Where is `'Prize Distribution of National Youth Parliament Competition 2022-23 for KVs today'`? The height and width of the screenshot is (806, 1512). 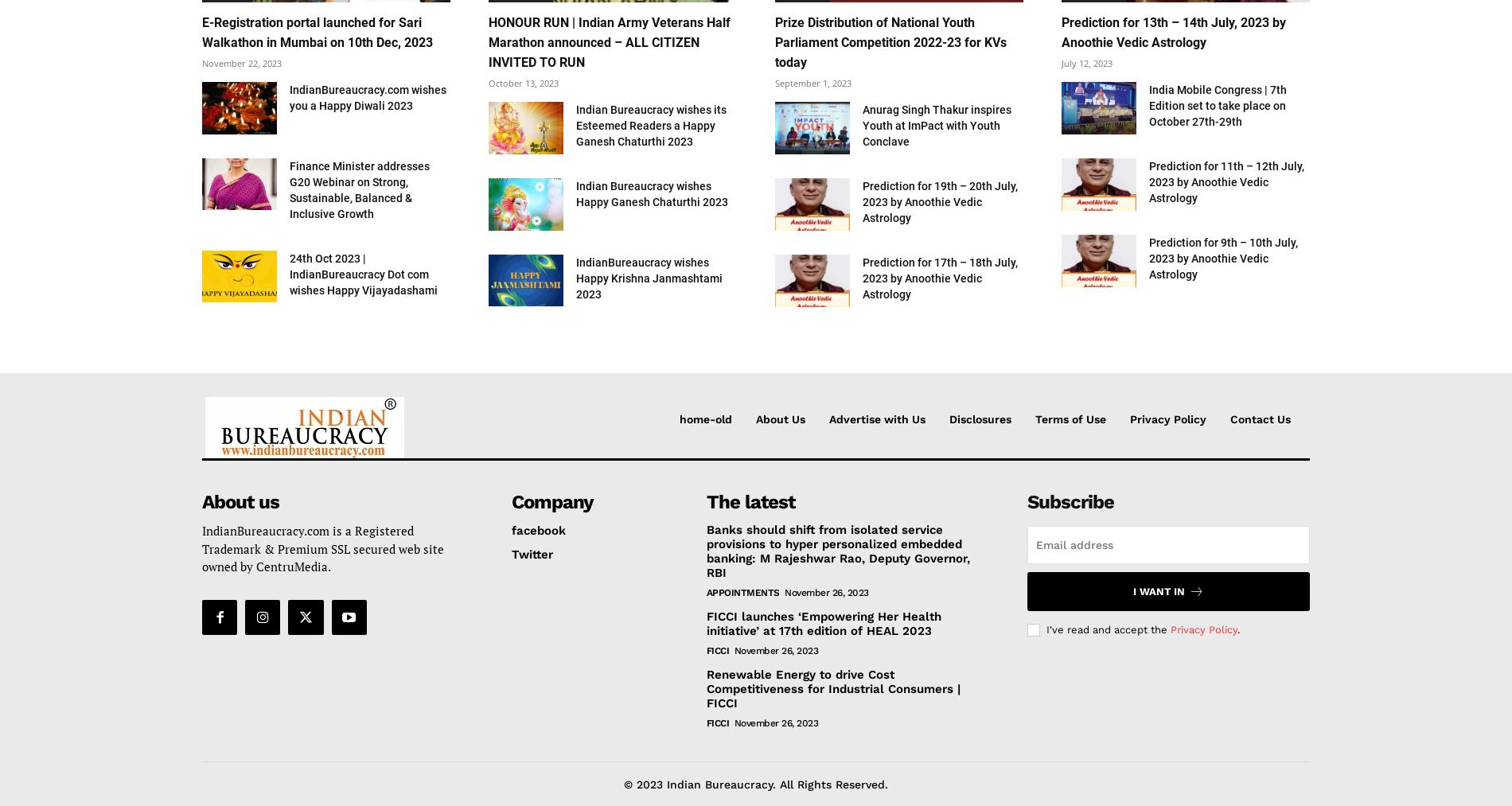 'Prize Distribution of National Youth Parliament Competition 2022-23 for KVs today' is located at coordinates (890, 41).